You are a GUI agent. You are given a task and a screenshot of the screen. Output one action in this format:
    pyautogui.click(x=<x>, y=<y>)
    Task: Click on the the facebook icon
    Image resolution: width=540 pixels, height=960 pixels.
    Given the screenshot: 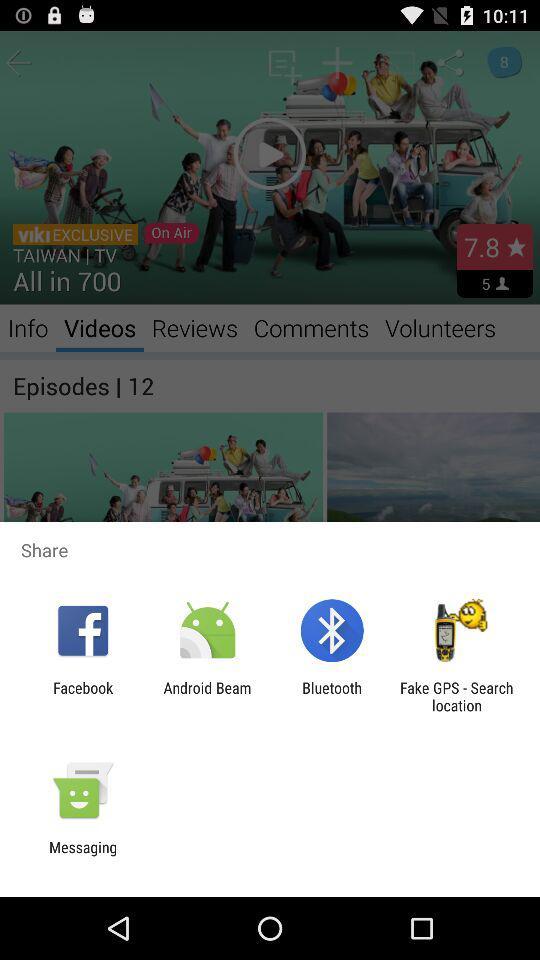 What is the action you would take?
    pyautogui.click(x=82, y=696)
    